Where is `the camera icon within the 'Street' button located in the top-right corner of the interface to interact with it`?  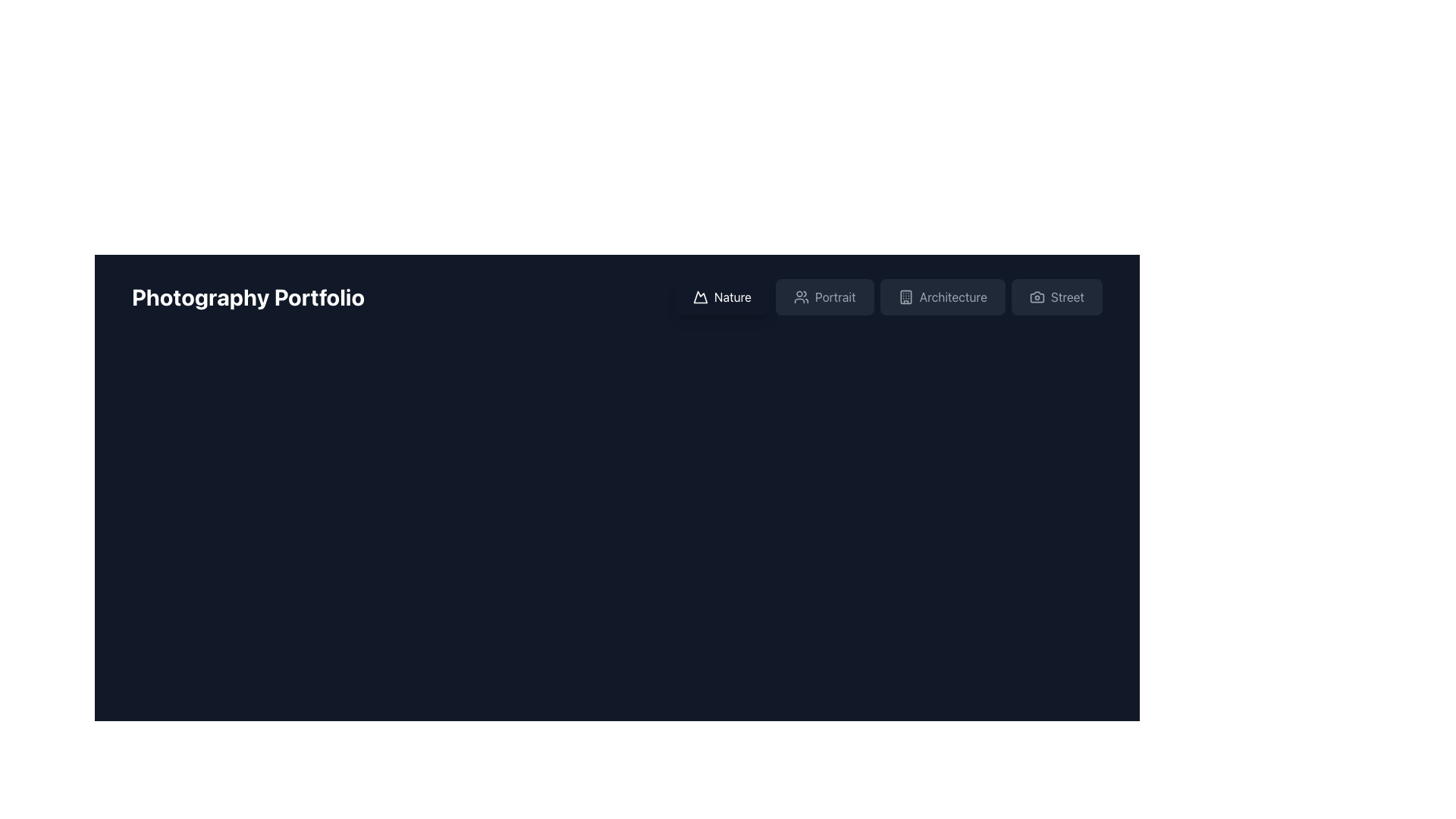
the camera icon within the 'Street' button located in the top-right corner of the interface to interact with it is located at coordinates (1037, 297).